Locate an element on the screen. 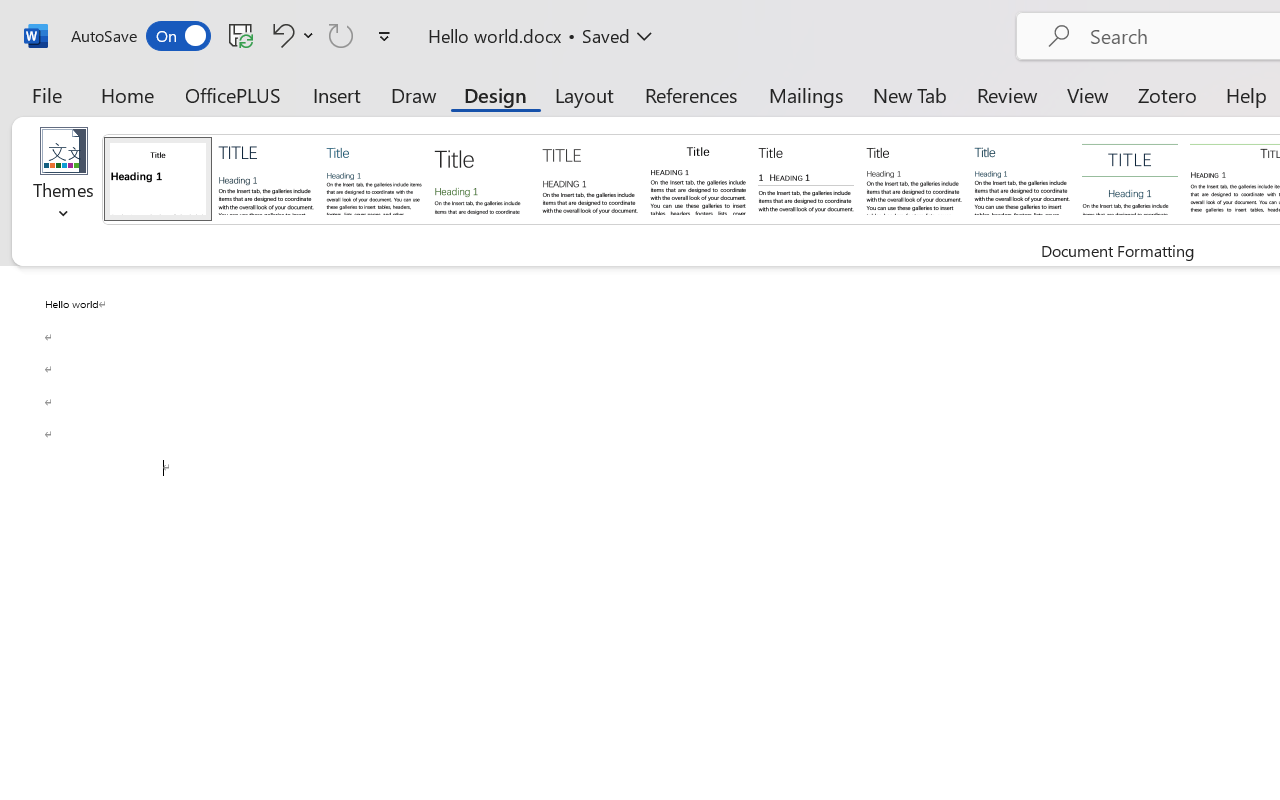  'Centered' is located at coordinates (1130, 177).